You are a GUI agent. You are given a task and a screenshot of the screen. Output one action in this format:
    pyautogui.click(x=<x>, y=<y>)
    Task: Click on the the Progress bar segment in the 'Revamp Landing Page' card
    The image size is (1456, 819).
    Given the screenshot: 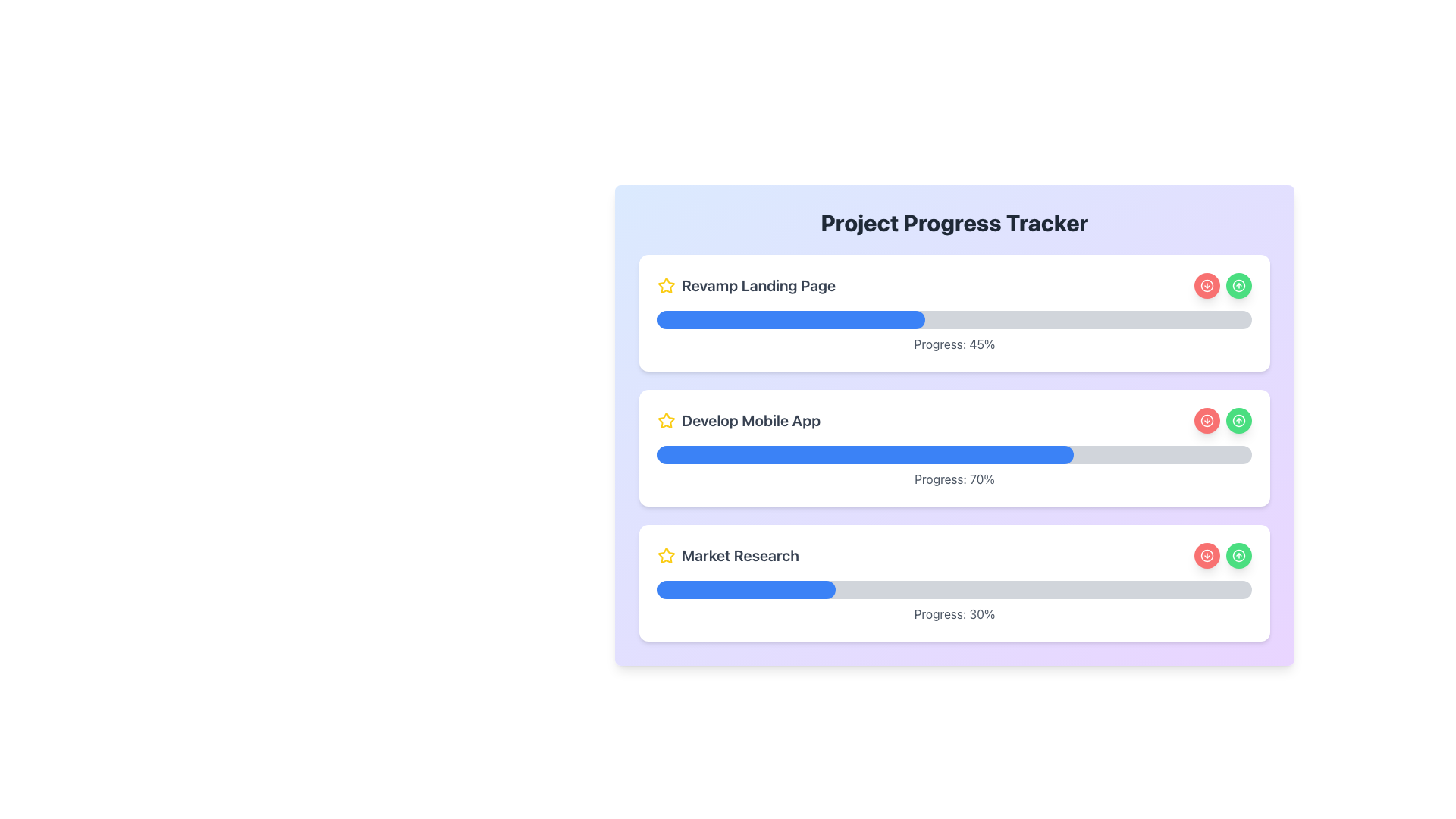 What is the action you would take?
    pyautogui.click(x=790, y=318)
    